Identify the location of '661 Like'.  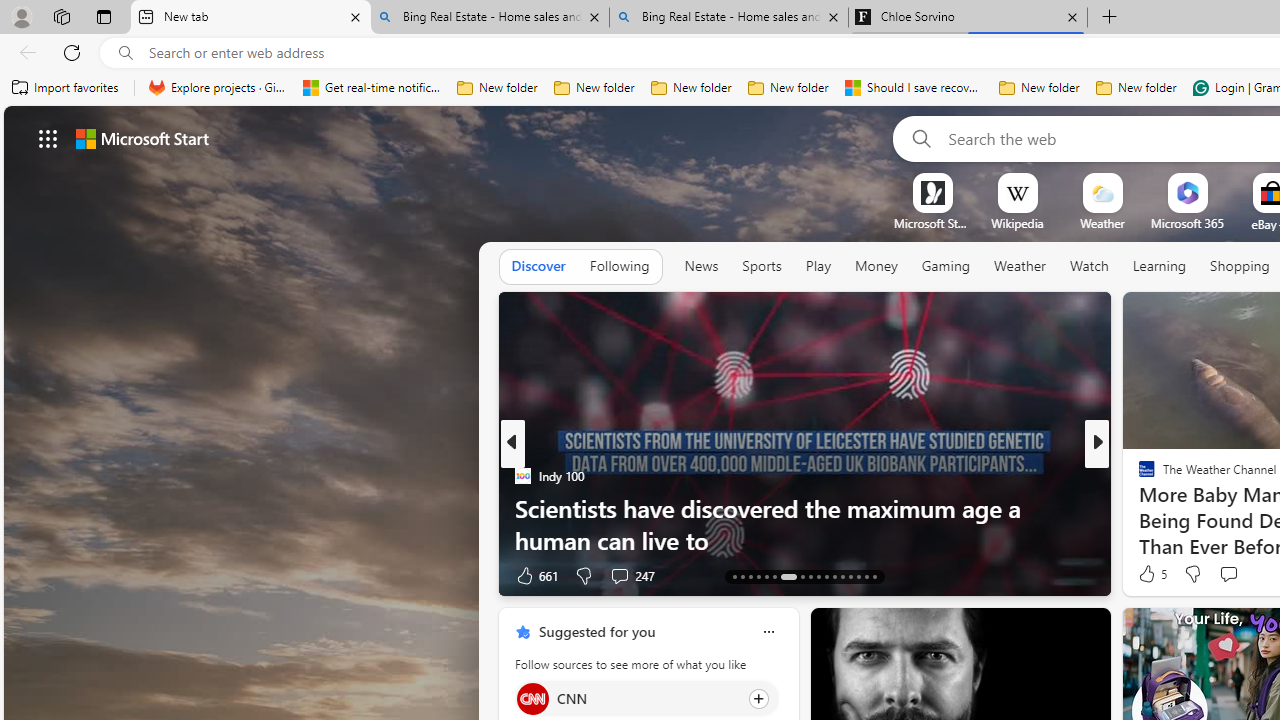
(535, 575).